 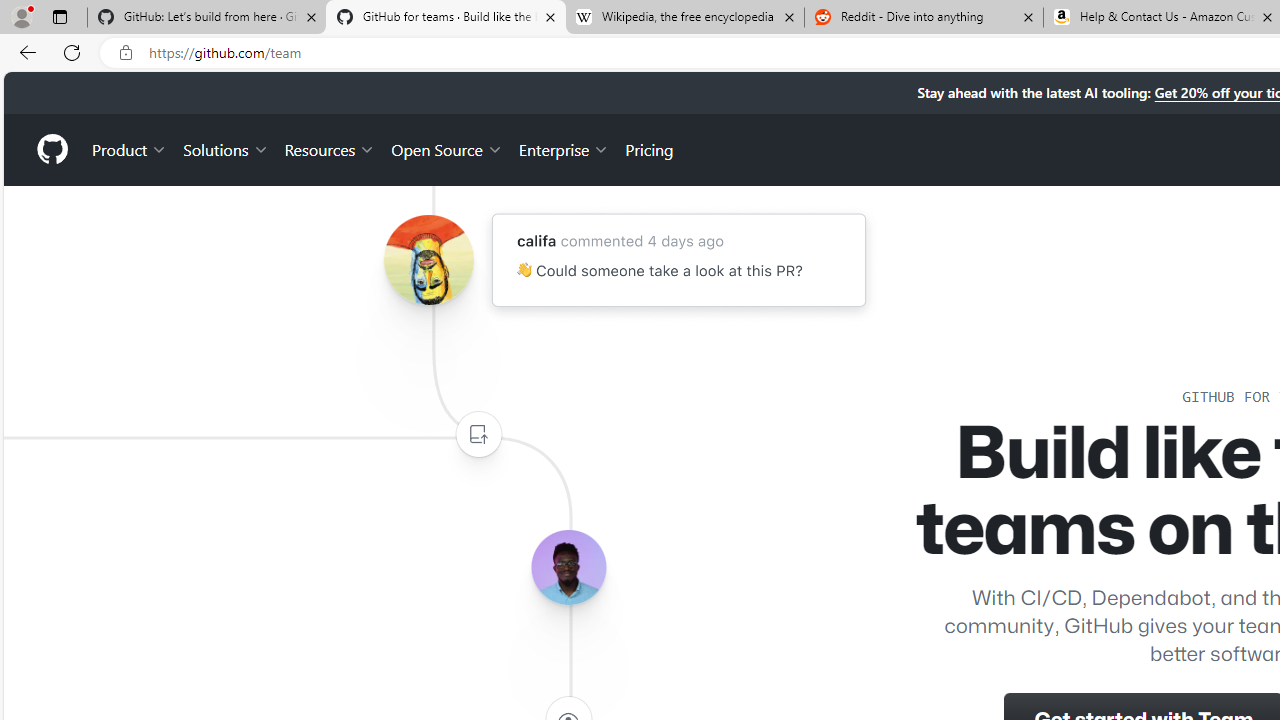 What do you see at coordinates (445, 148) in the screenshot?
I see `'Open Source'` at bounding box center [445, 148].